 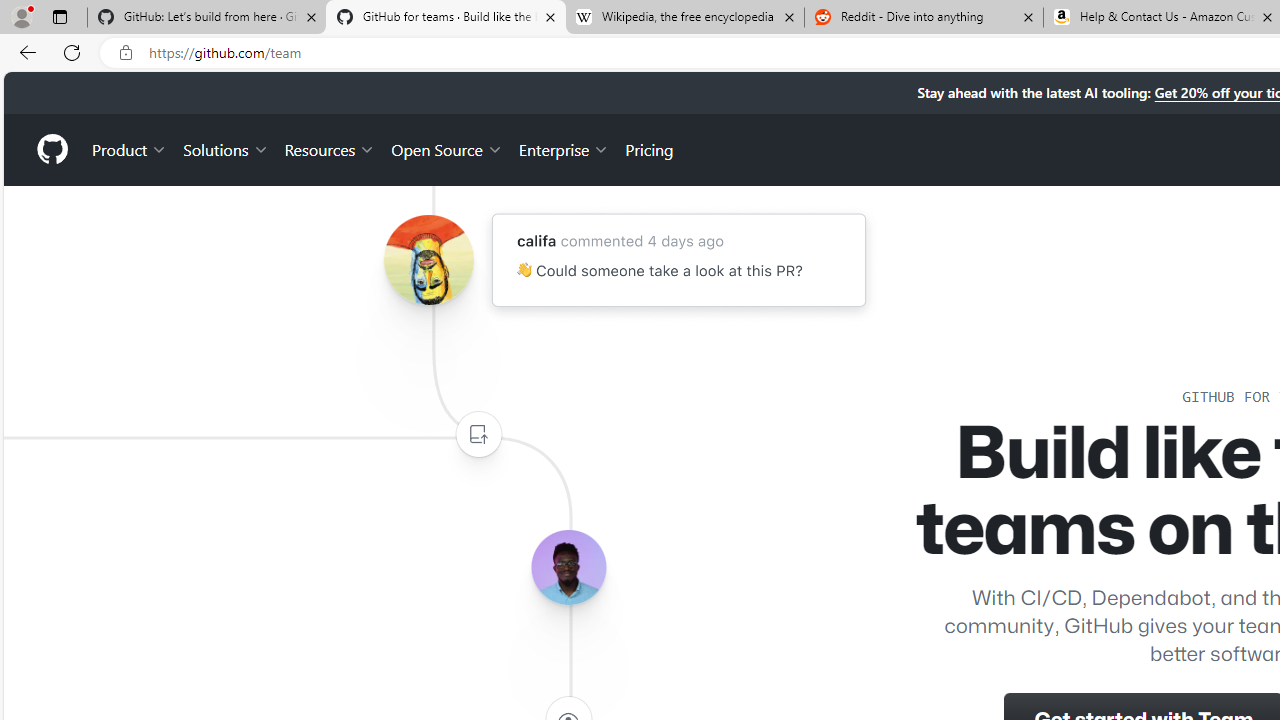 What do you see at coordinates (445, 148) in the screenshot?
I see `'Open Source'` at bounding box center [445, 148].